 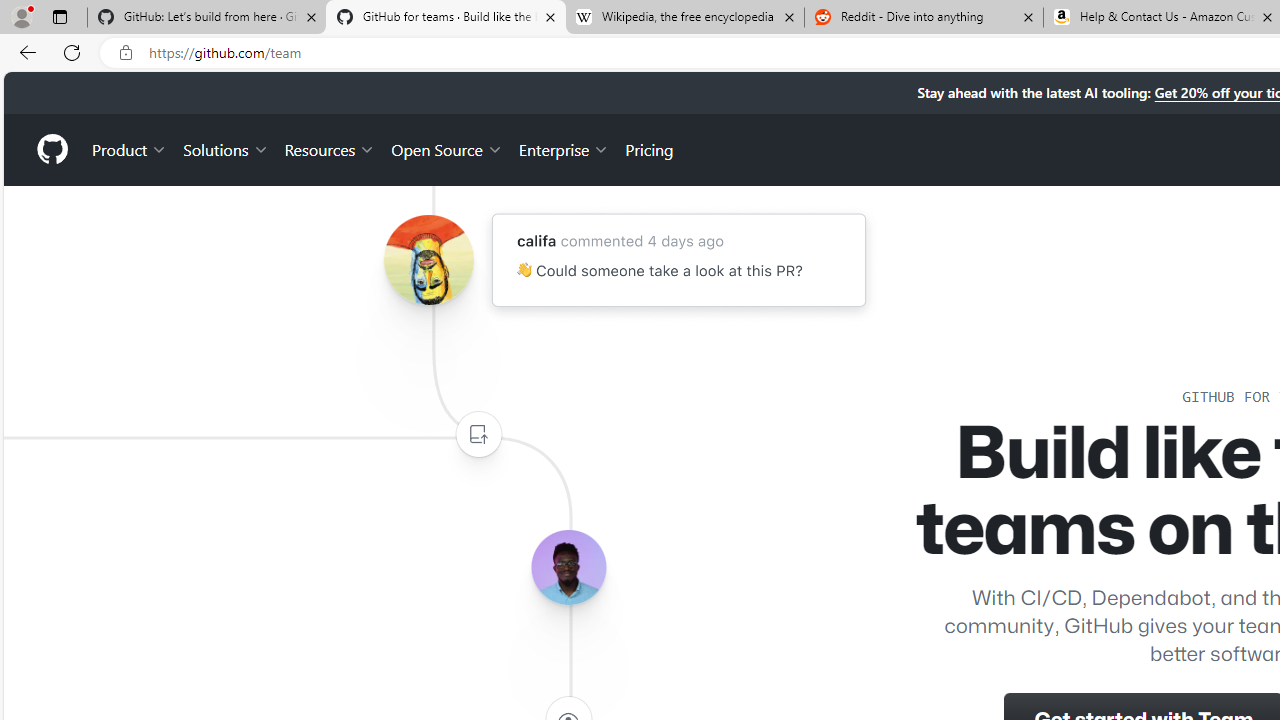 What do you see at coordinates (445, 148) in the screenshot?
I see `'Open Source'` at bounding box center [445, 148].